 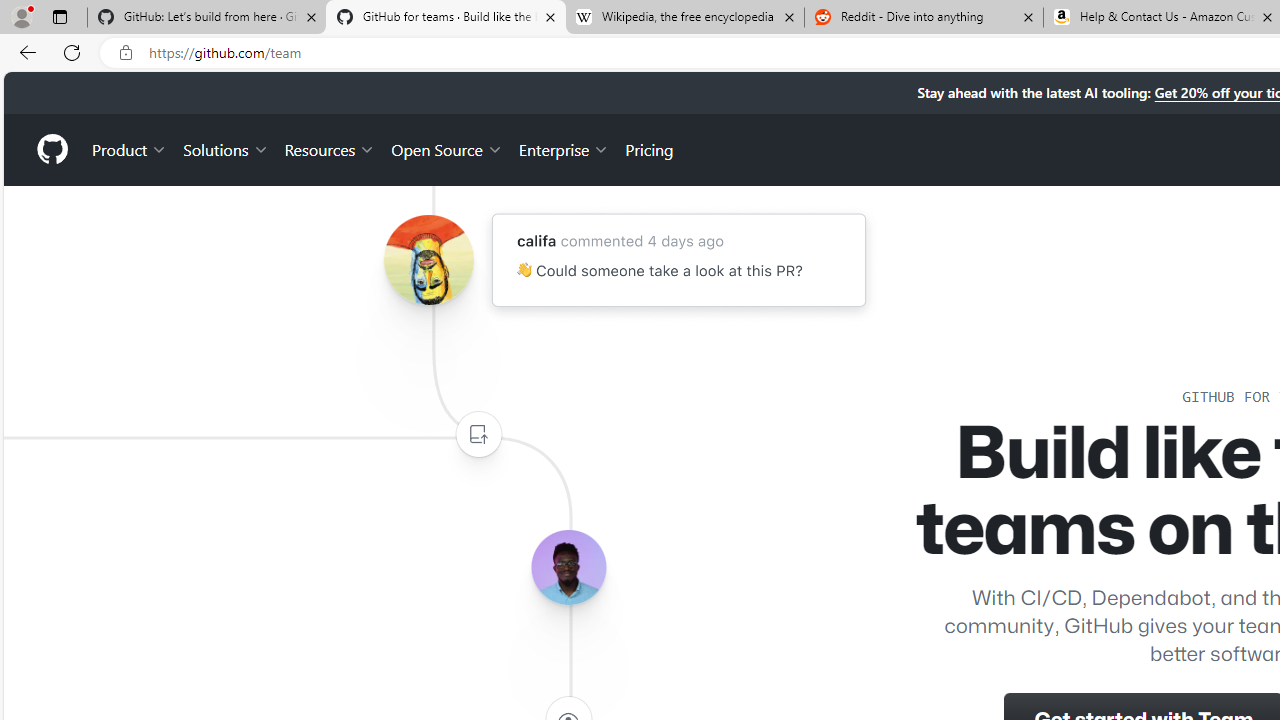 What do you see at coordinates (445, 148) in the screenshot?
I see `'Open Source'` at bounding box center [445, 148].